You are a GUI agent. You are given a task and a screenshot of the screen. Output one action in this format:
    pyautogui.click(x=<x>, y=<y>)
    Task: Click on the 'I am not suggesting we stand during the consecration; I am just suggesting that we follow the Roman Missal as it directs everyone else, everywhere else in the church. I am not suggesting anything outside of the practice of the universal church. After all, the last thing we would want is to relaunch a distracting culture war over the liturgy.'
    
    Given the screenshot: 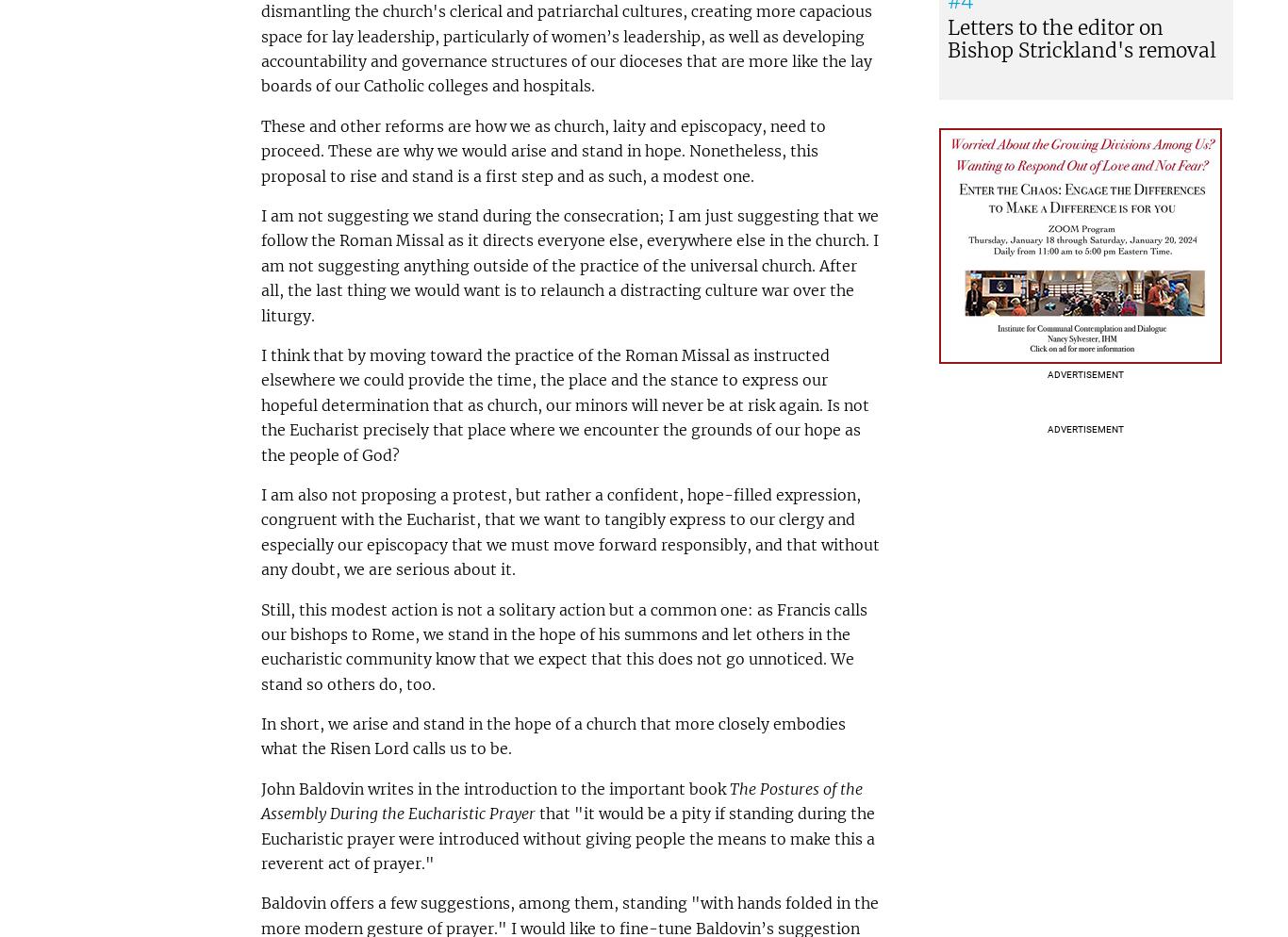 What is the action you would take?
    pyautogui.click(x=568, y=264)
    